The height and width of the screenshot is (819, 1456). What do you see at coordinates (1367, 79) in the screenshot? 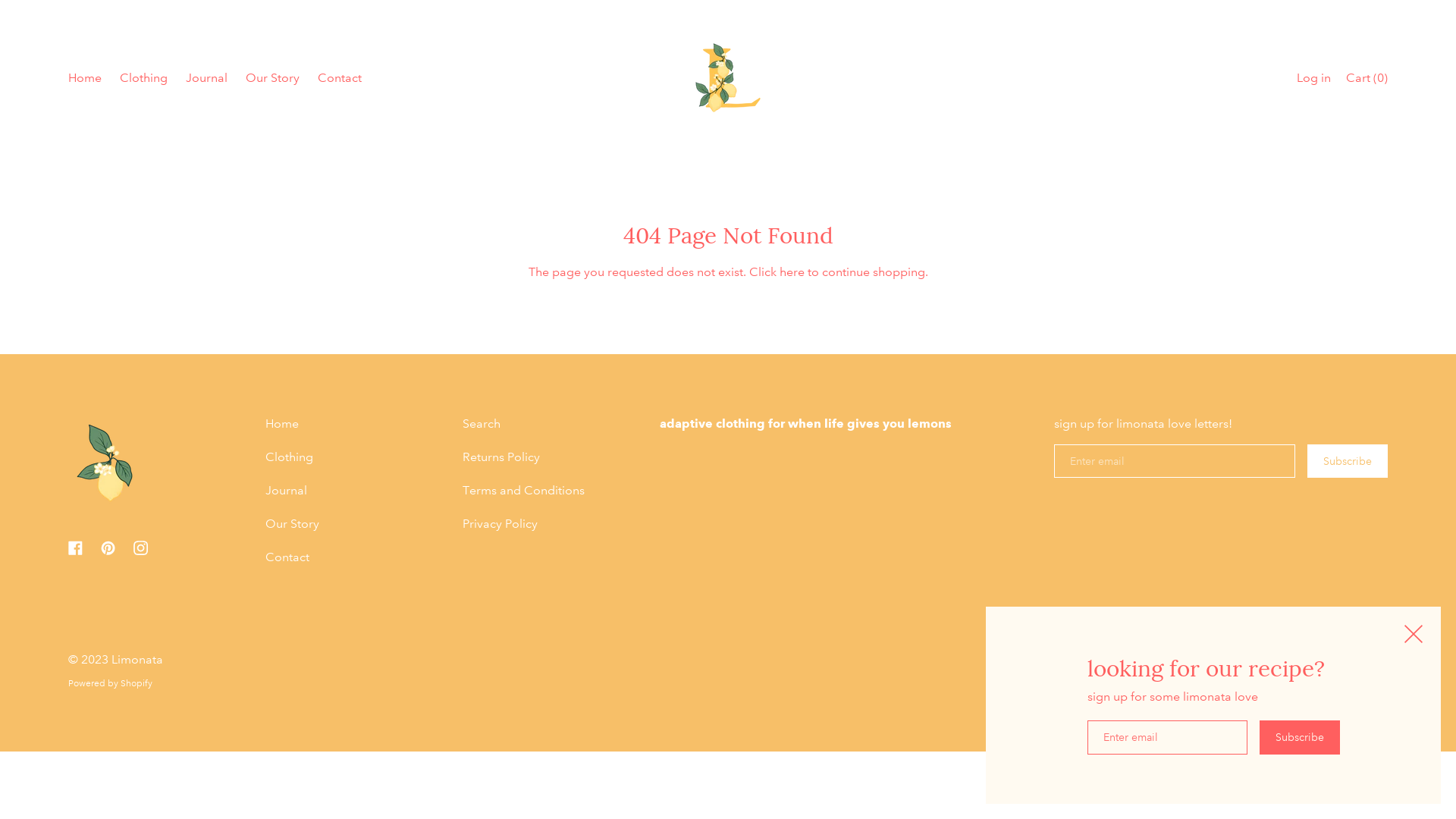
I see `'Cart (0)'` at bounding box center [1367, 79].